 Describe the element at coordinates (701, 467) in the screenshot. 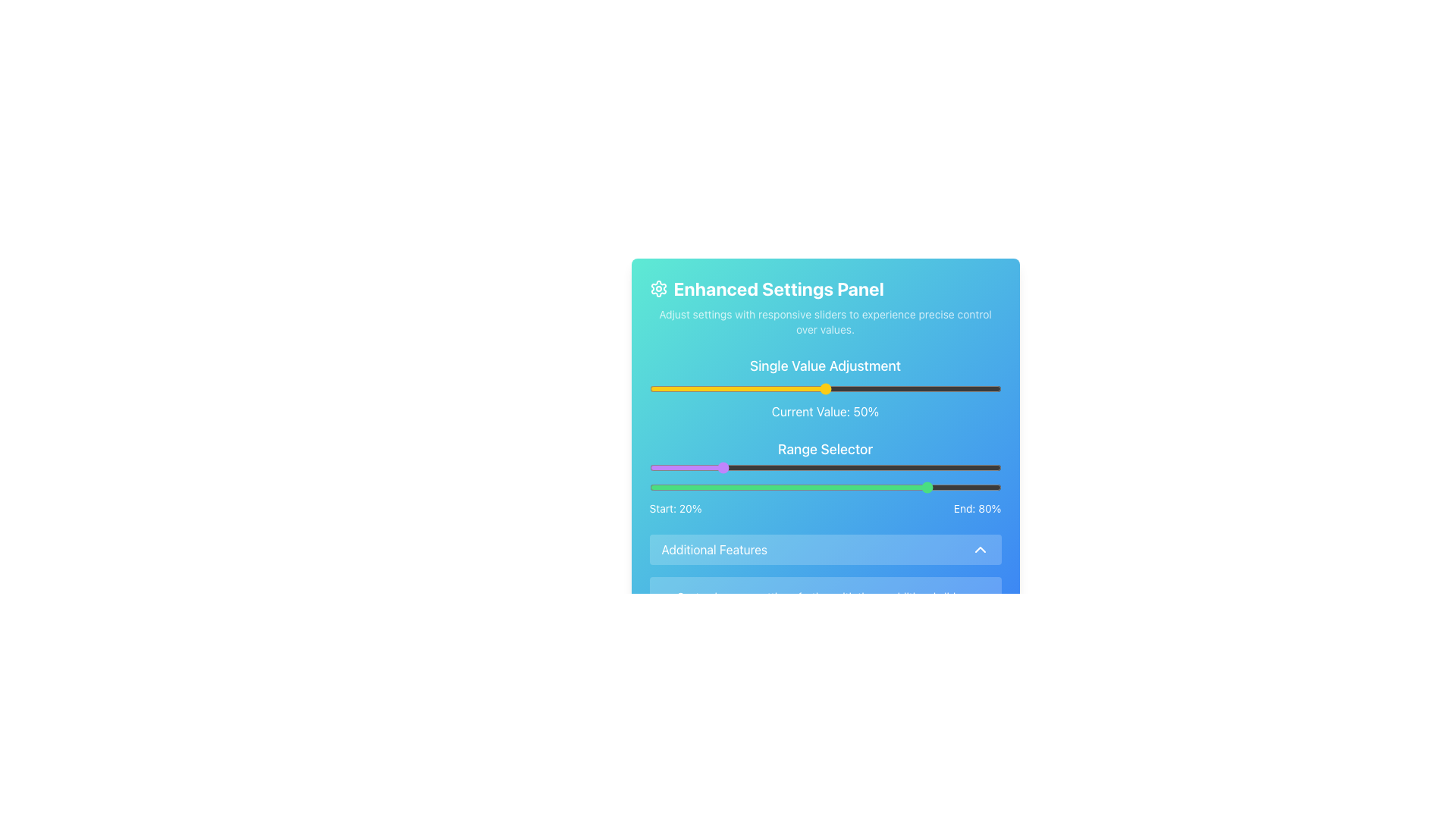

I see `the range selector sliders` at that location.